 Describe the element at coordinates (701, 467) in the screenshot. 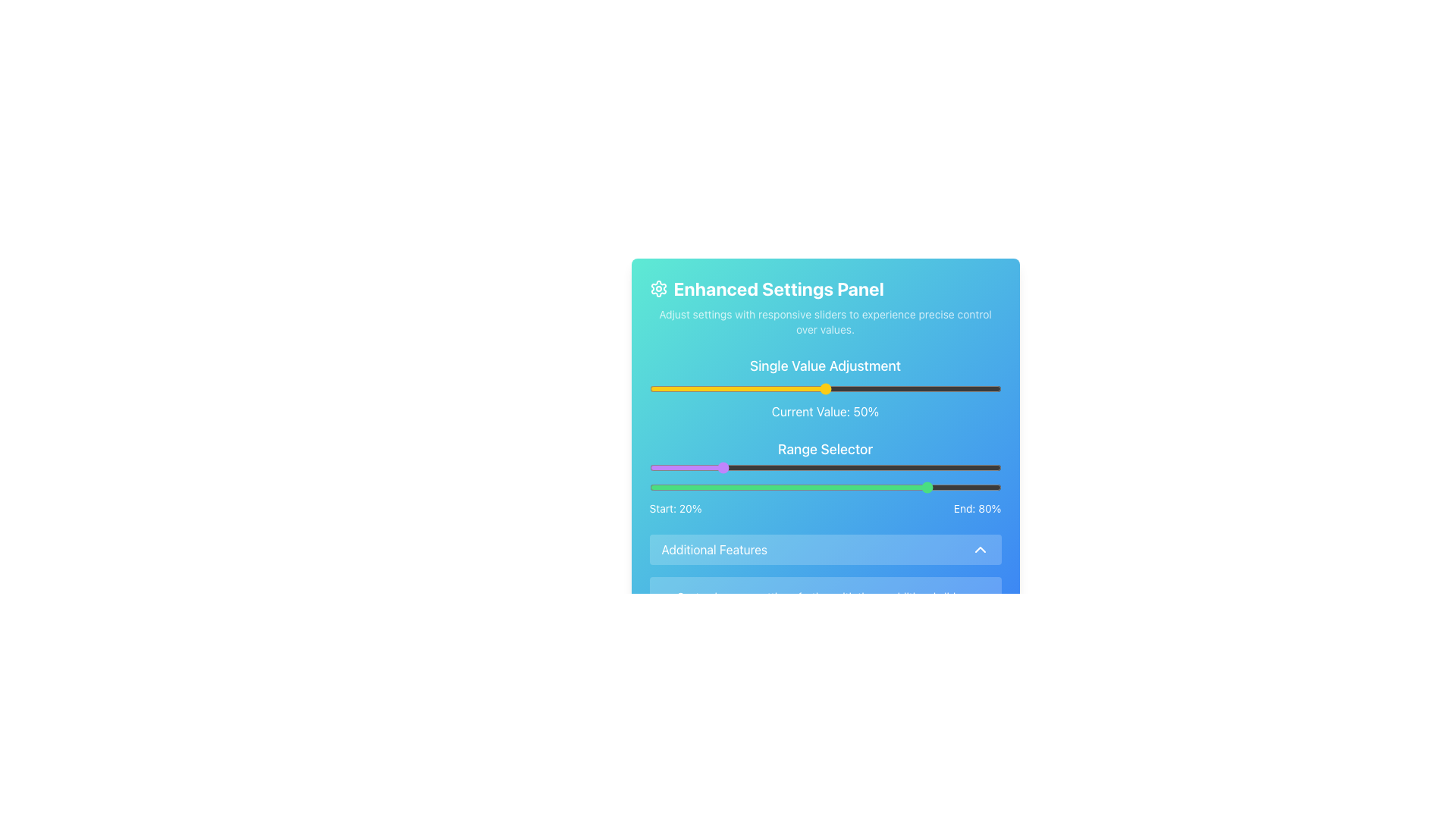

I see `the range selector sliders` at that location.